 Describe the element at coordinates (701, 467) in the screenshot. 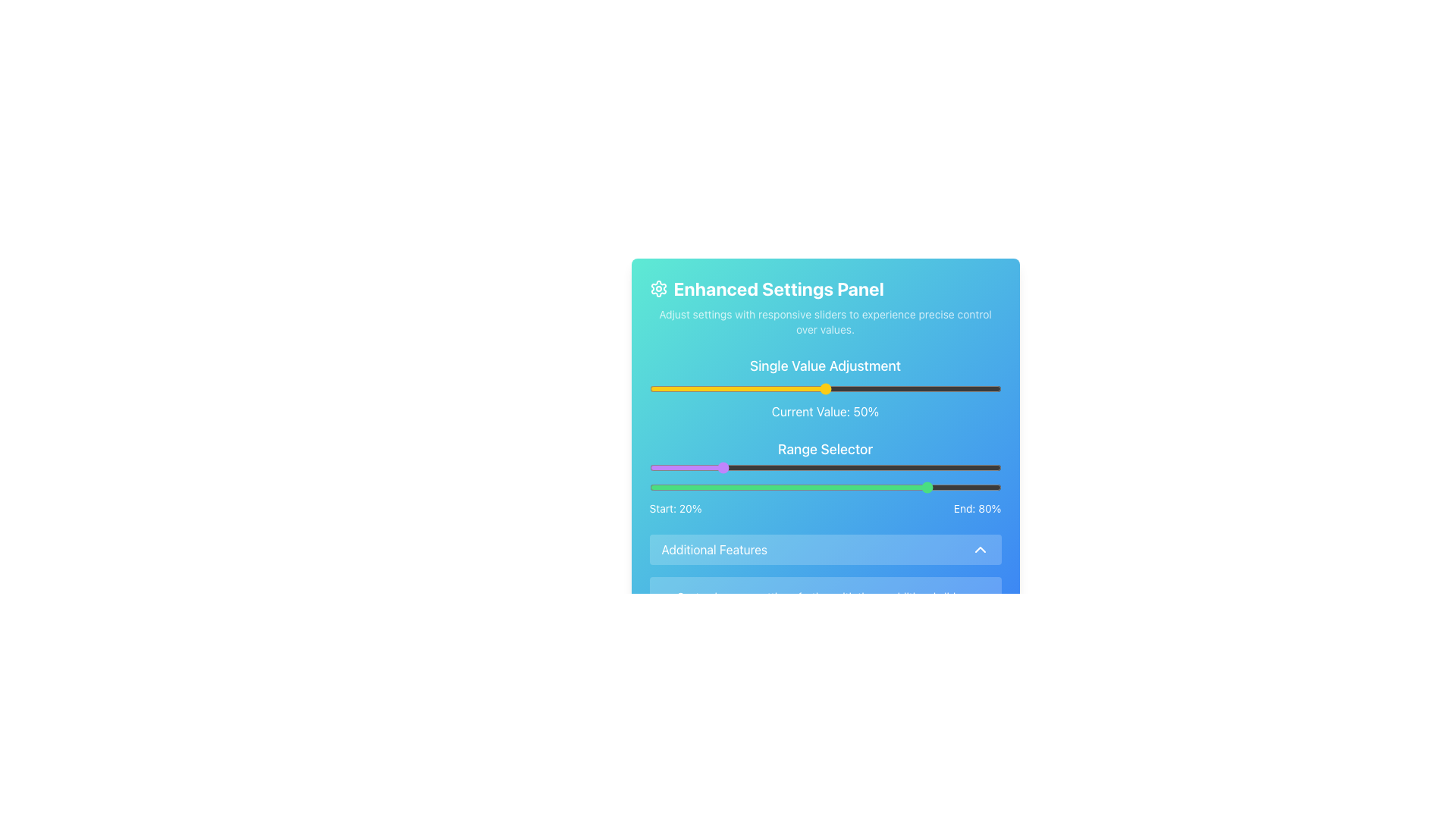

I see `the range selector sliders` at that location.